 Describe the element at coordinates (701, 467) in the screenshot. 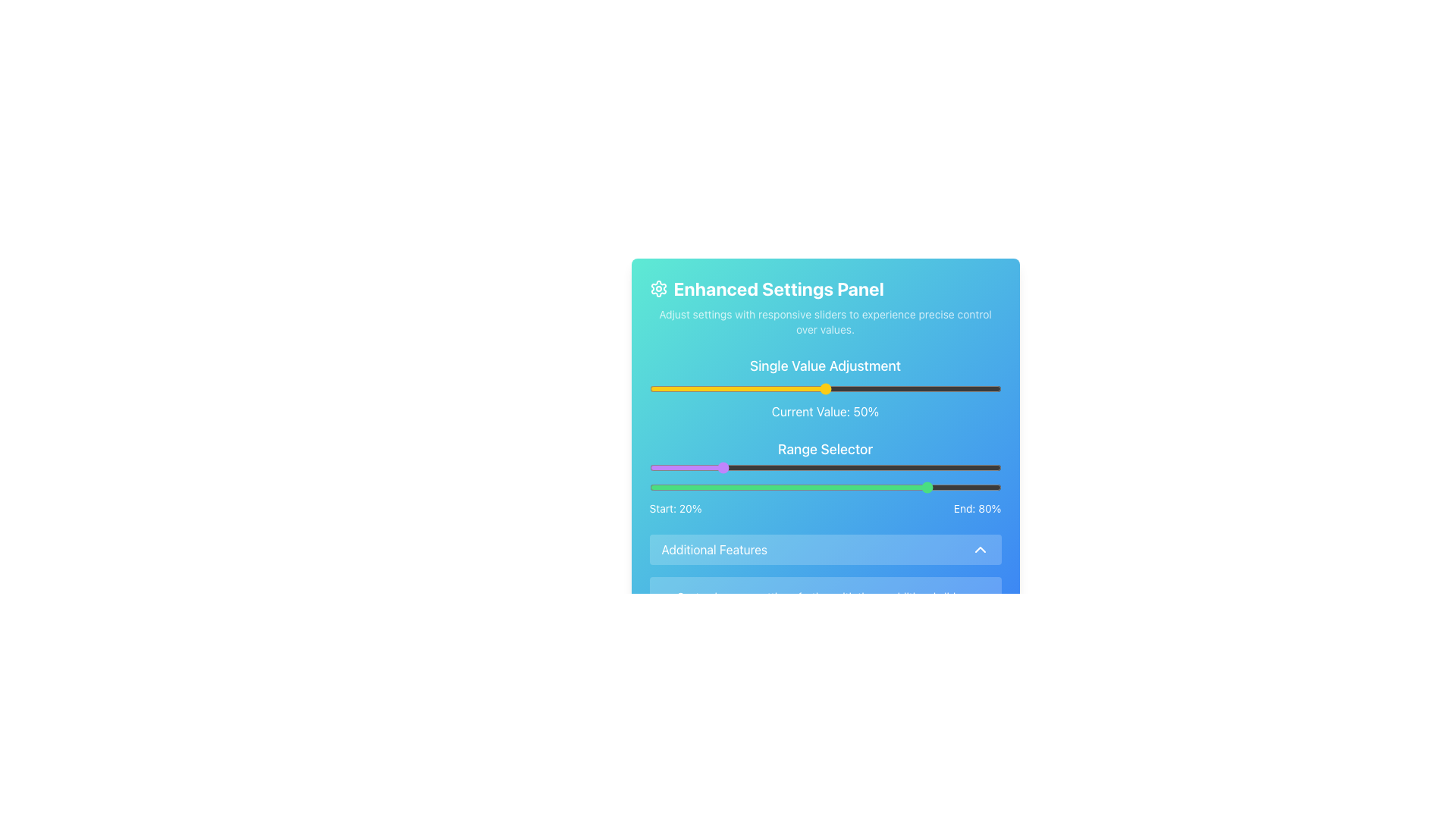

I see `the range selector sliders` at that location.